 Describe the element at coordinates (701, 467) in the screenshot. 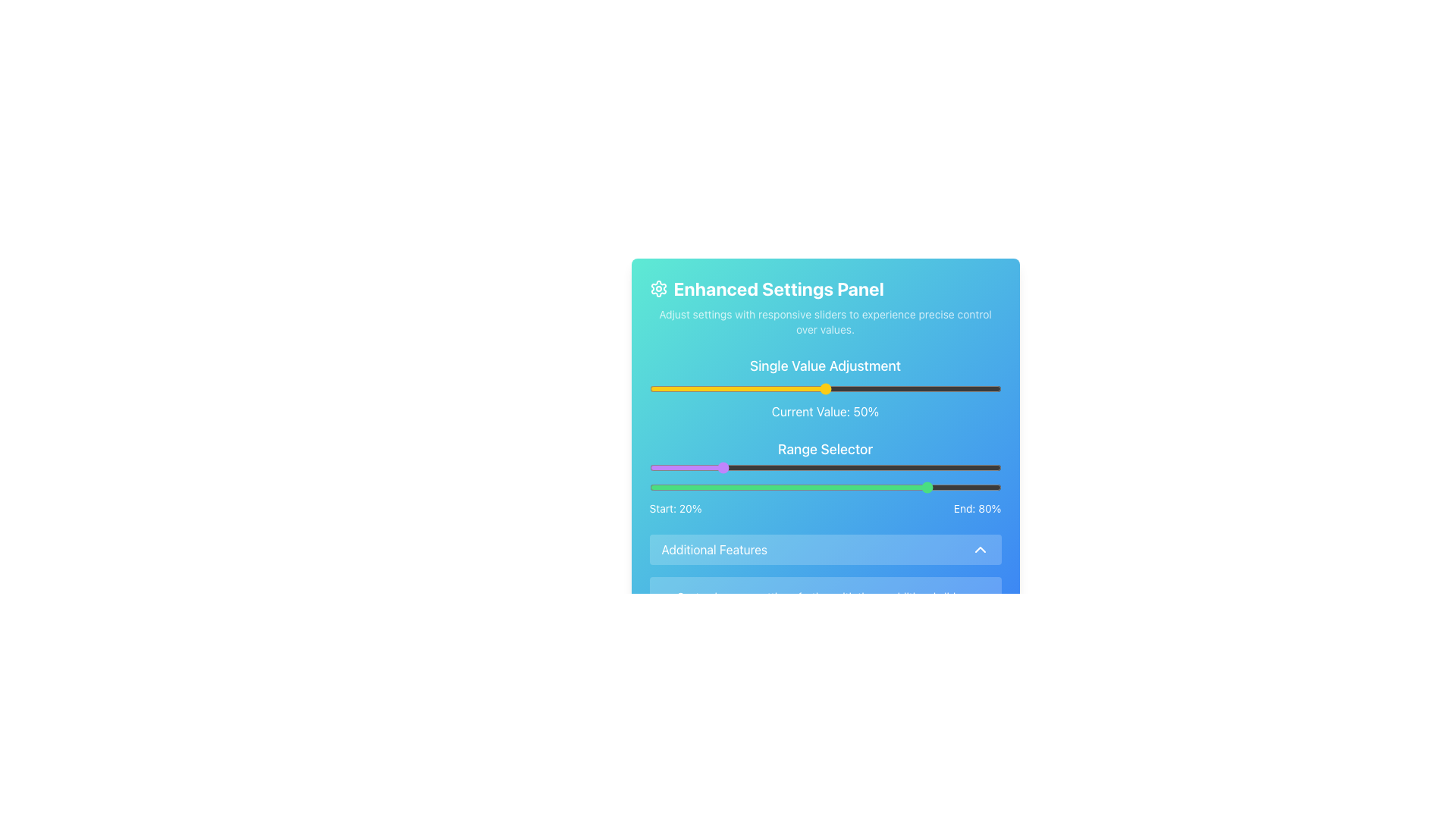

I see `the range selector sliders` at that location.